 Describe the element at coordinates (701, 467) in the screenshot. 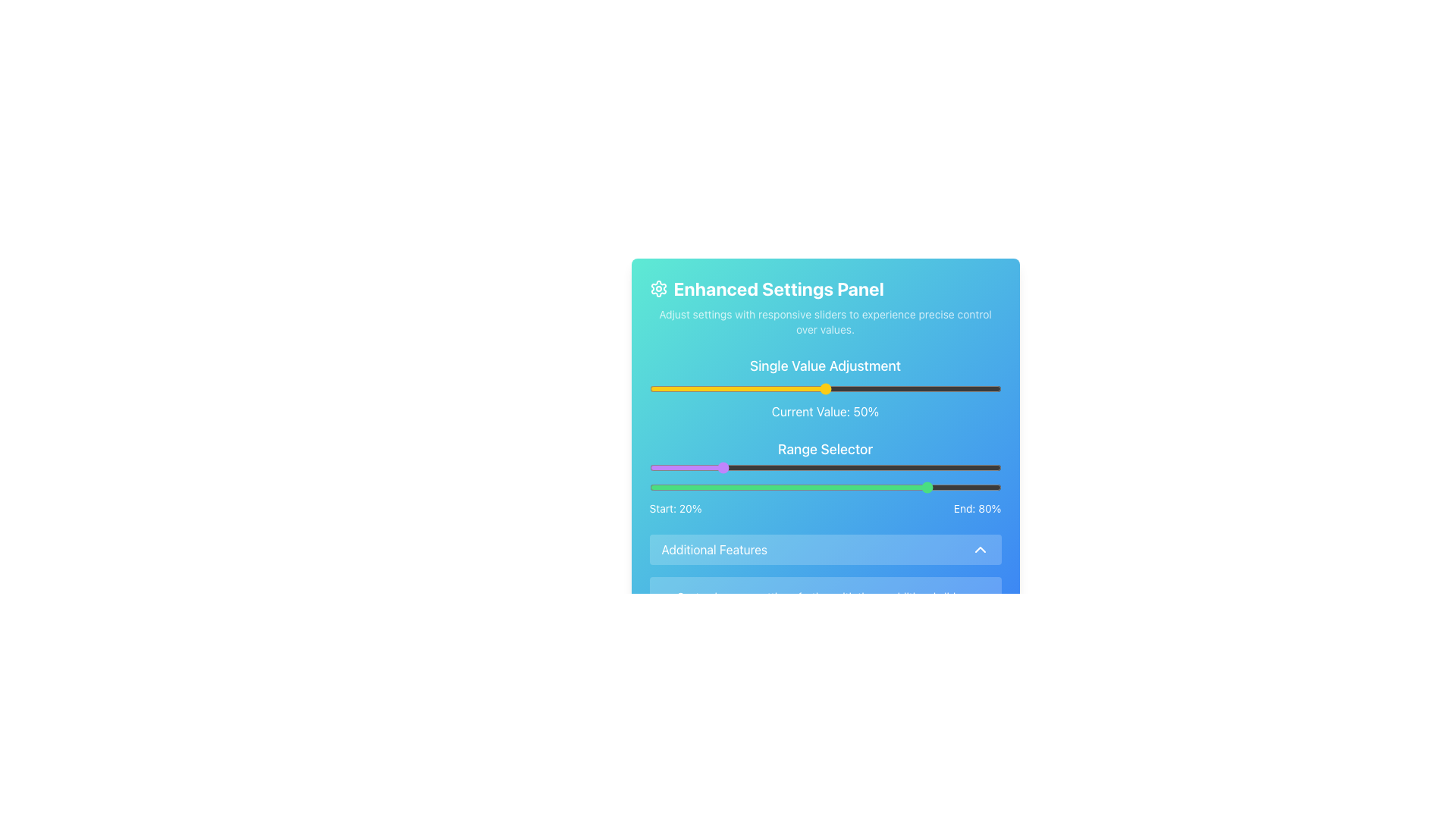

I see `the range selector sliders` at that location.